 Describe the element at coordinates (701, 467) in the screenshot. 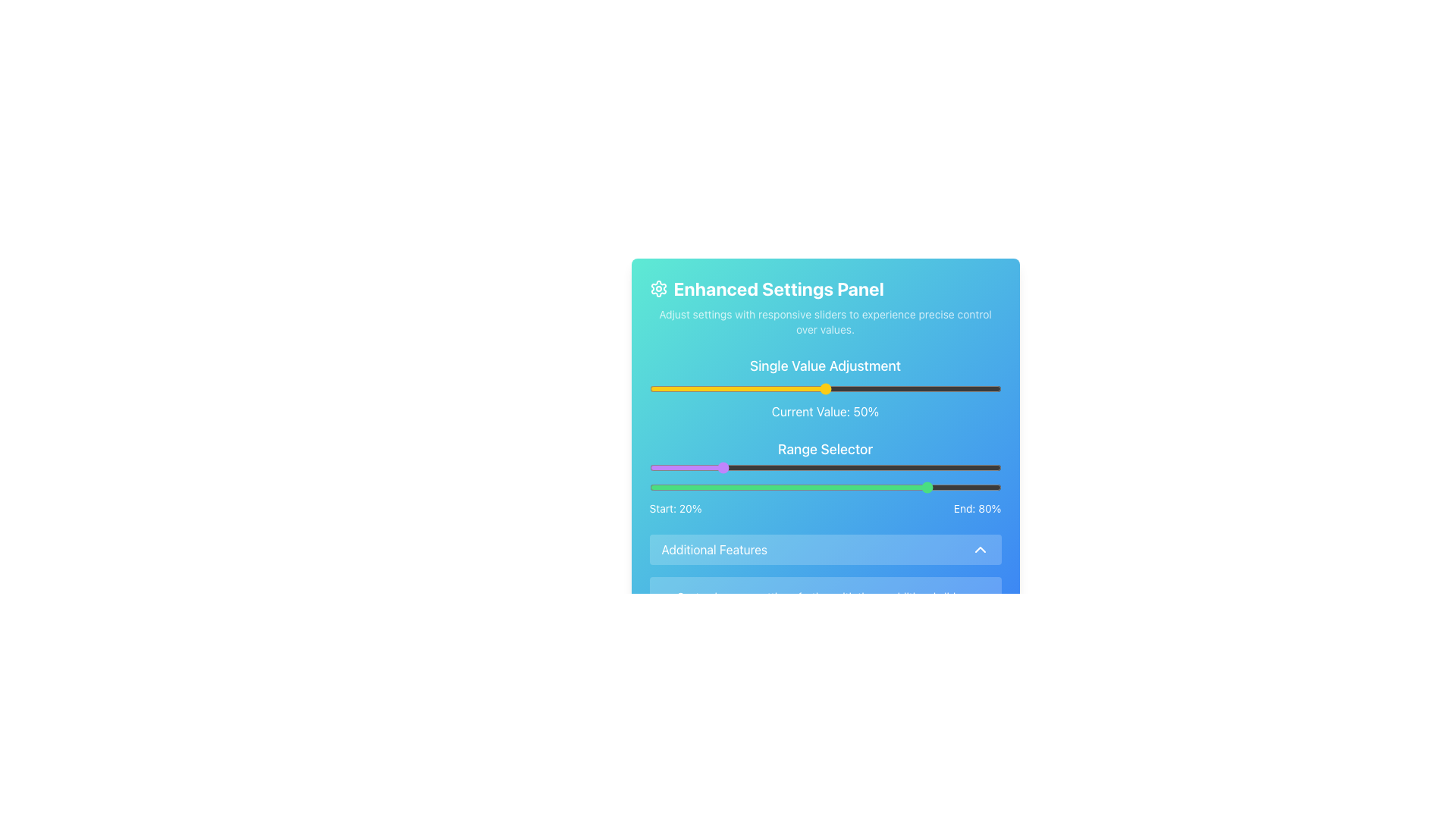

I see `the range selector sliders` at that location.